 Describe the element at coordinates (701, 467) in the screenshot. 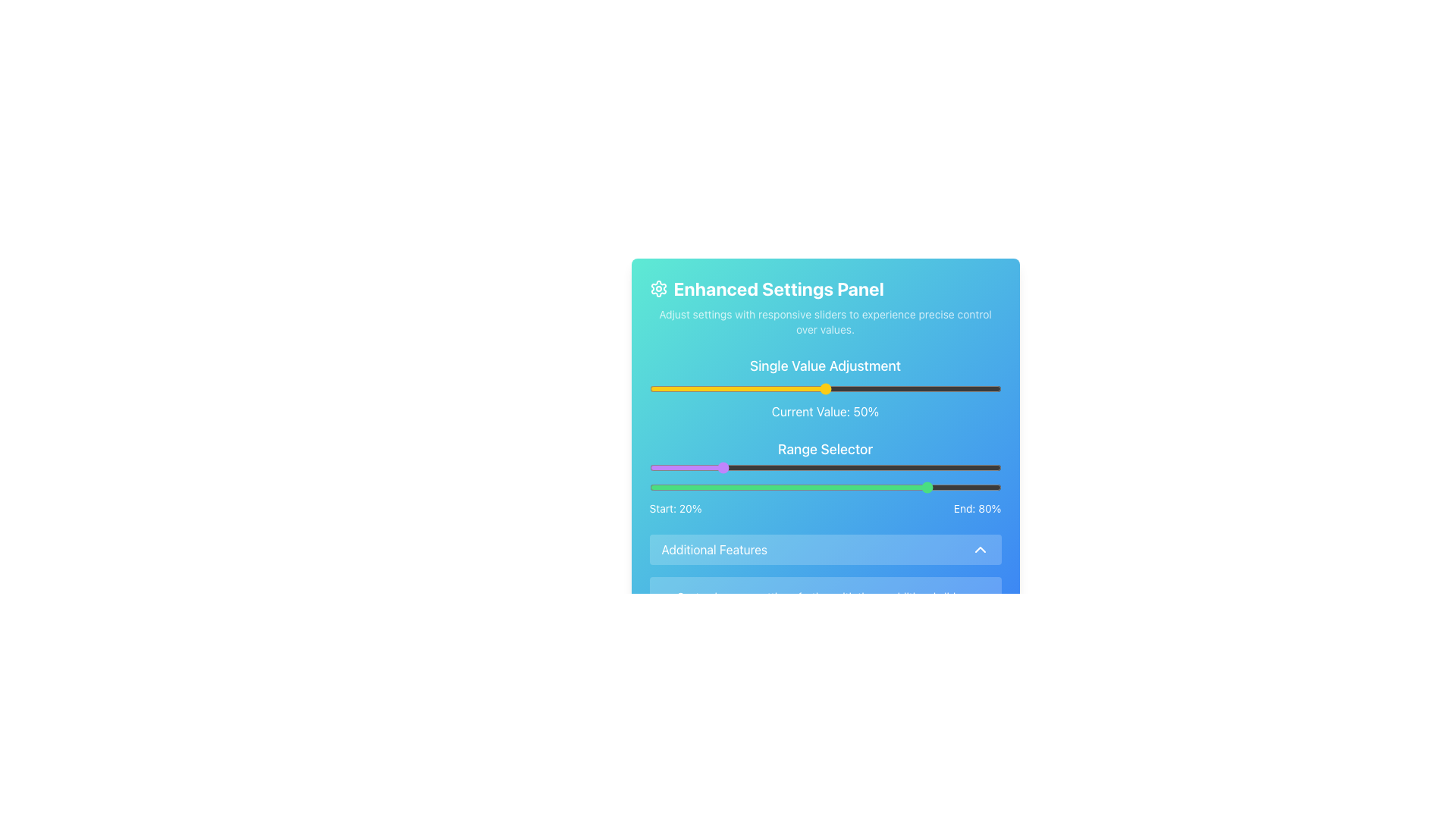

I see `the range selector sliders` at that location.